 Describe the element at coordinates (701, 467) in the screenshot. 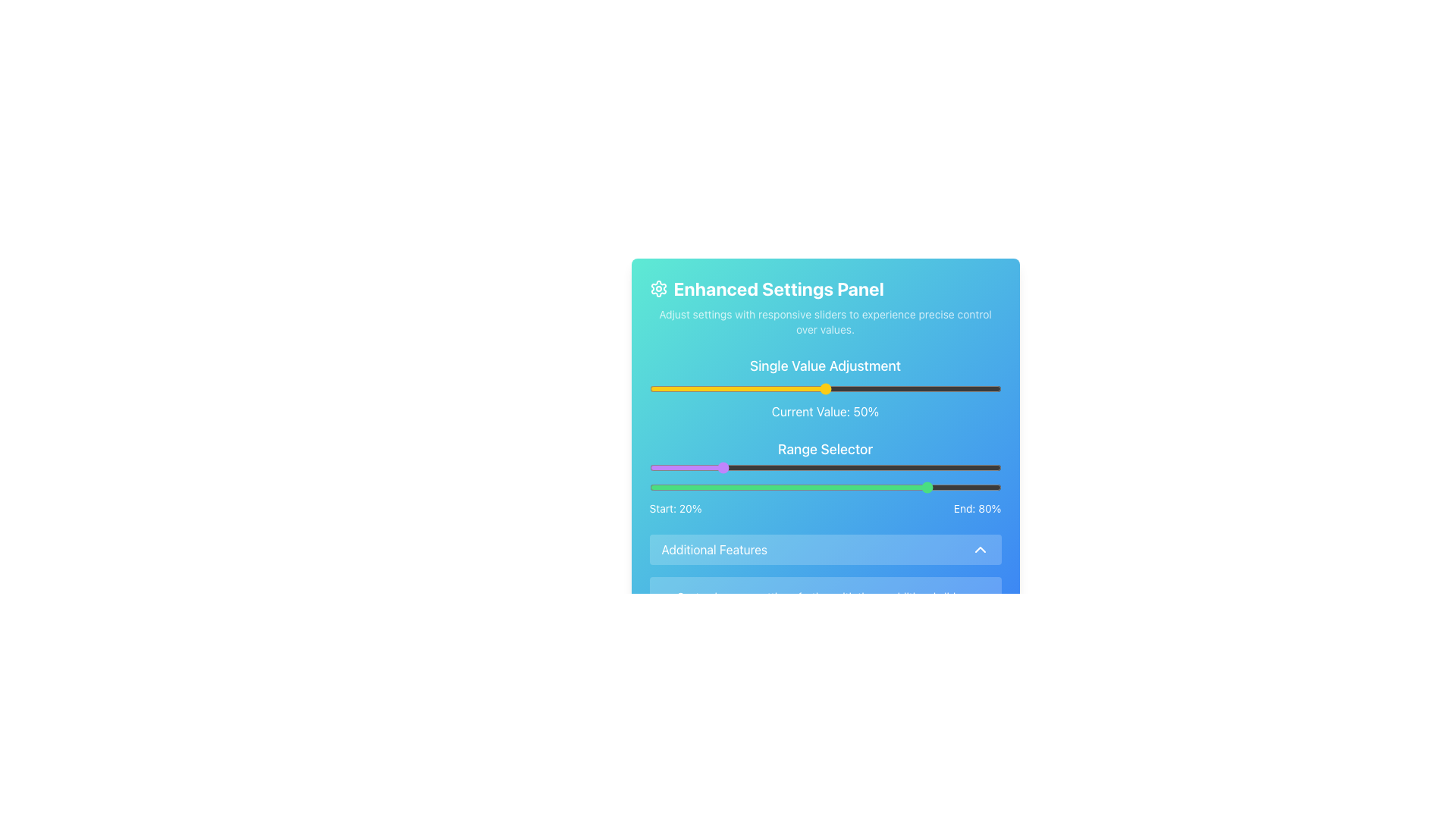

I see `the range selector sliders` at that location.